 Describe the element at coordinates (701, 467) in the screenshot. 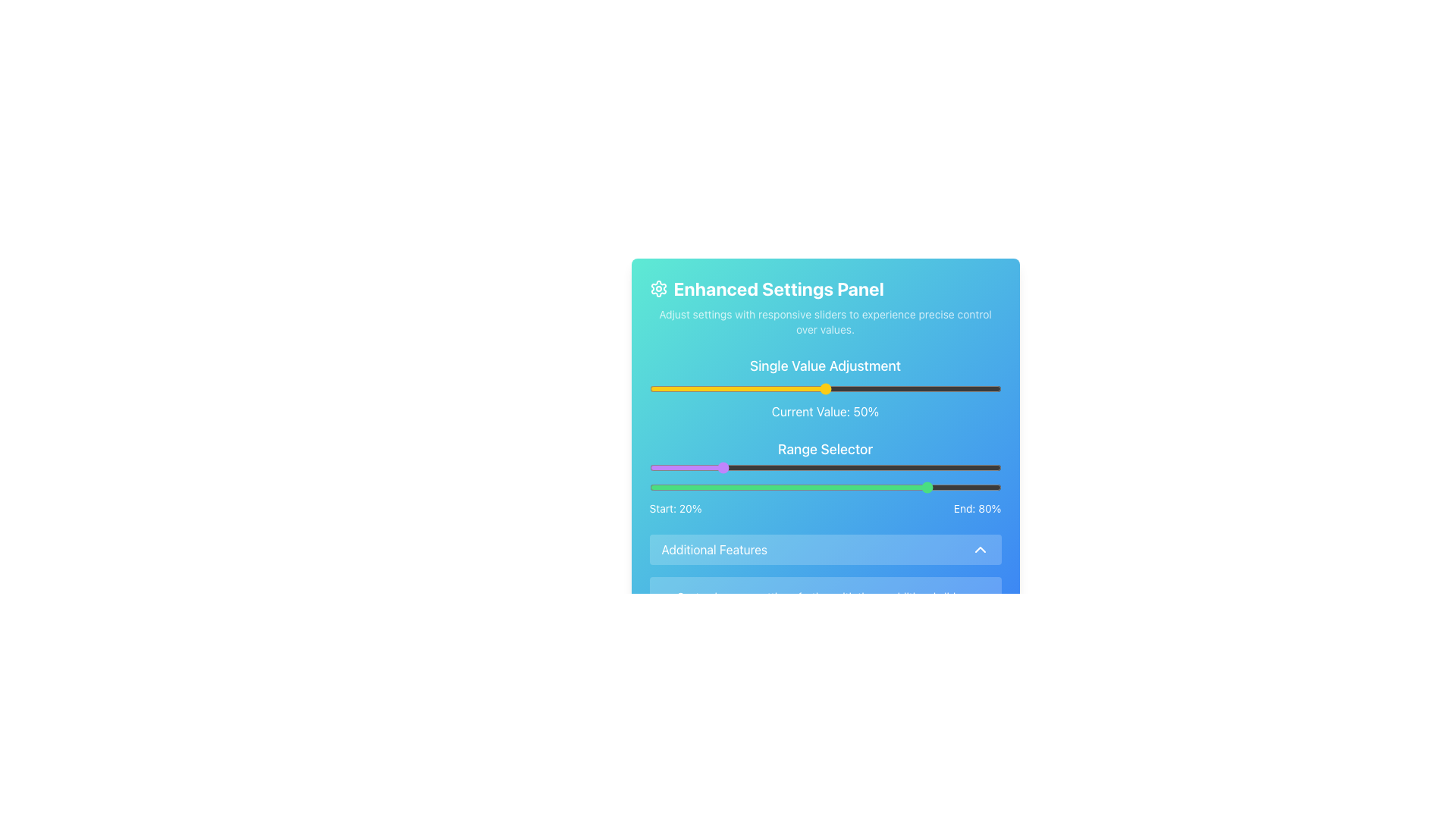

I see `the range selector sliders` at that location.